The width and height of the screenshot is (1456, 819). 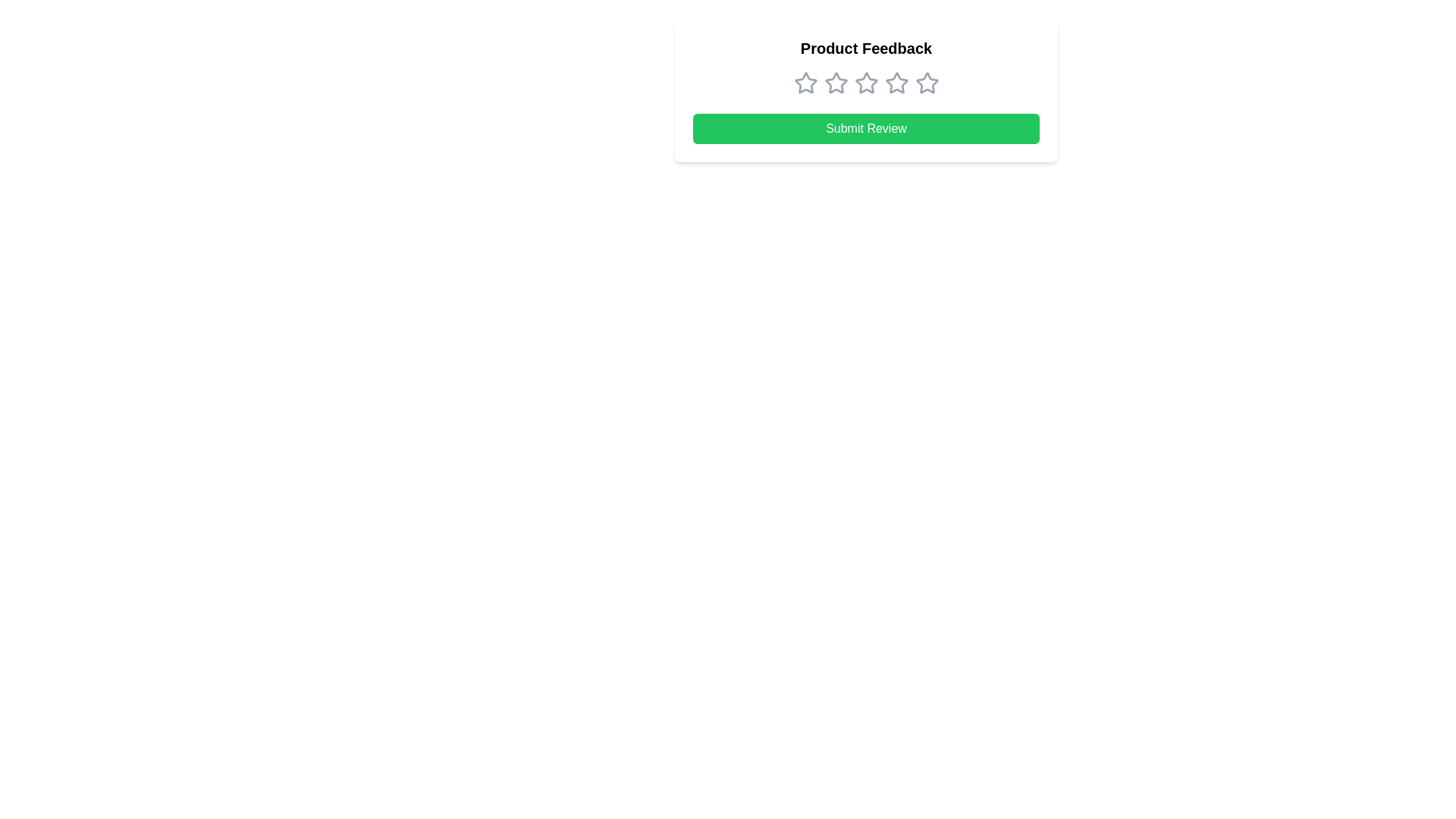 I want to click on the first star in the star rating icon below the 'Product Feedback' title, so click(x=805, y=83).